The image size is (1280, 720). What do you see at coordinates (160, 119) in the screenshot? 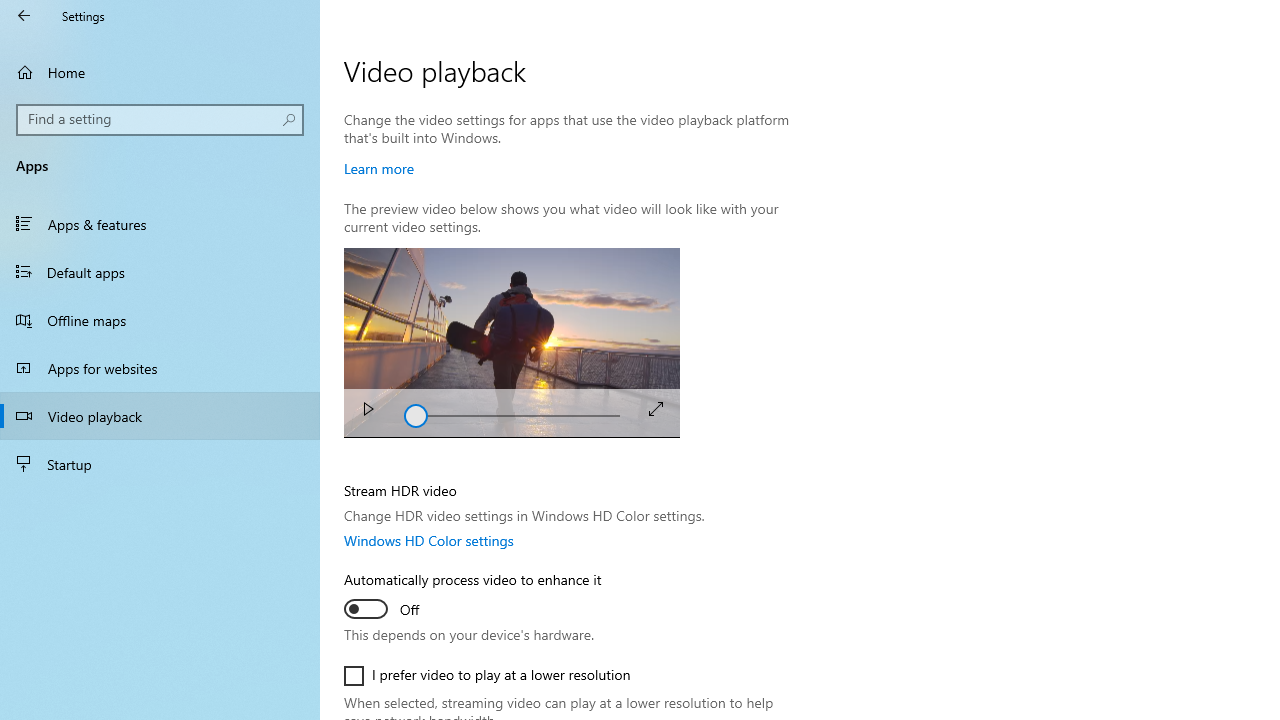
I see `'Search box, Find a setting'` at bounding box center [160, 119].